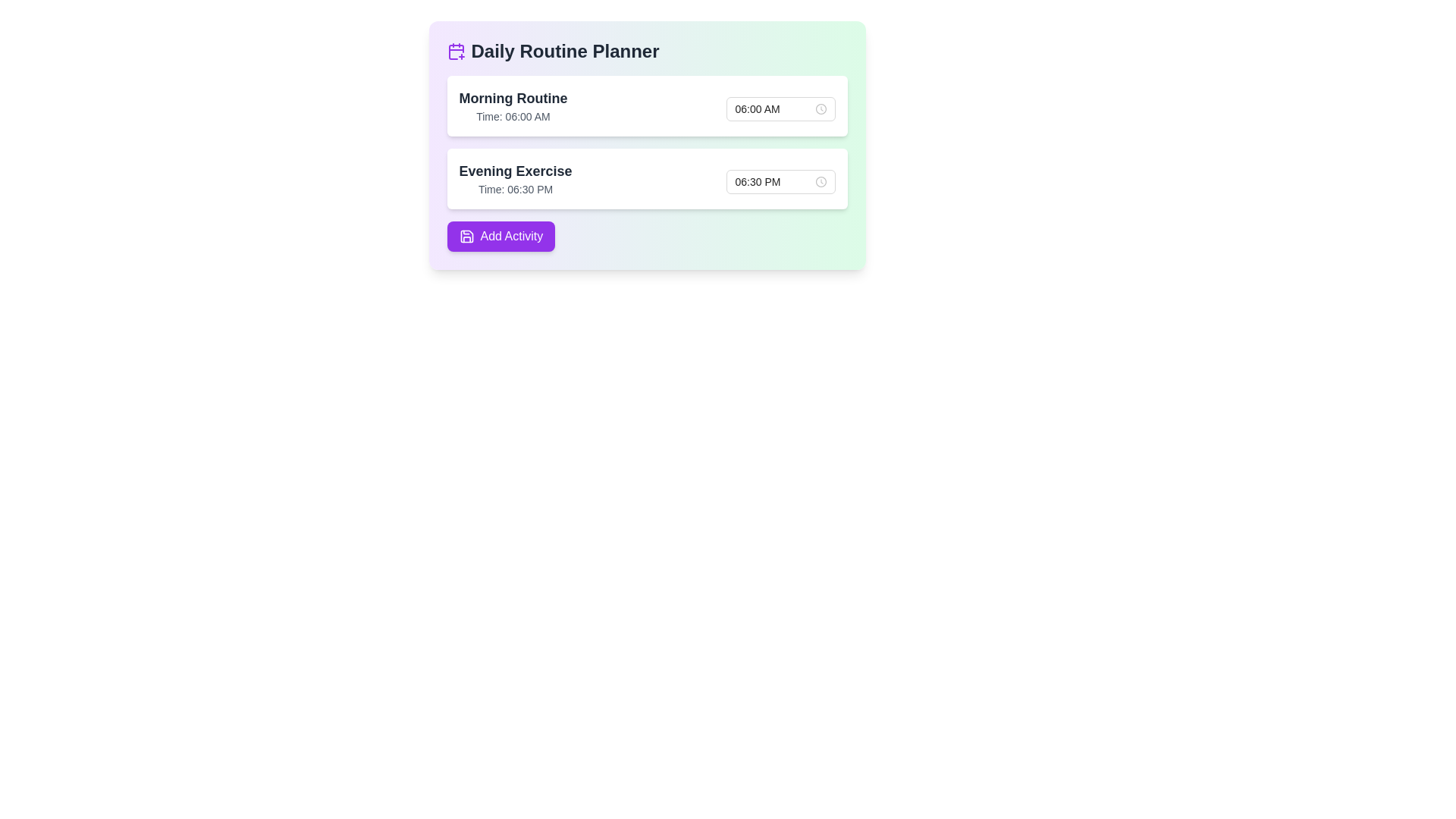 Image resolution: width=1456 pixels, height=819 pixels. Describe the element at coordinates (455, 52) in the screenshot. I see `the calendar icon with a plus symbol located in the top-left corner of the application interface, preceding the title 'Daily Routine Planner.'` at that location.